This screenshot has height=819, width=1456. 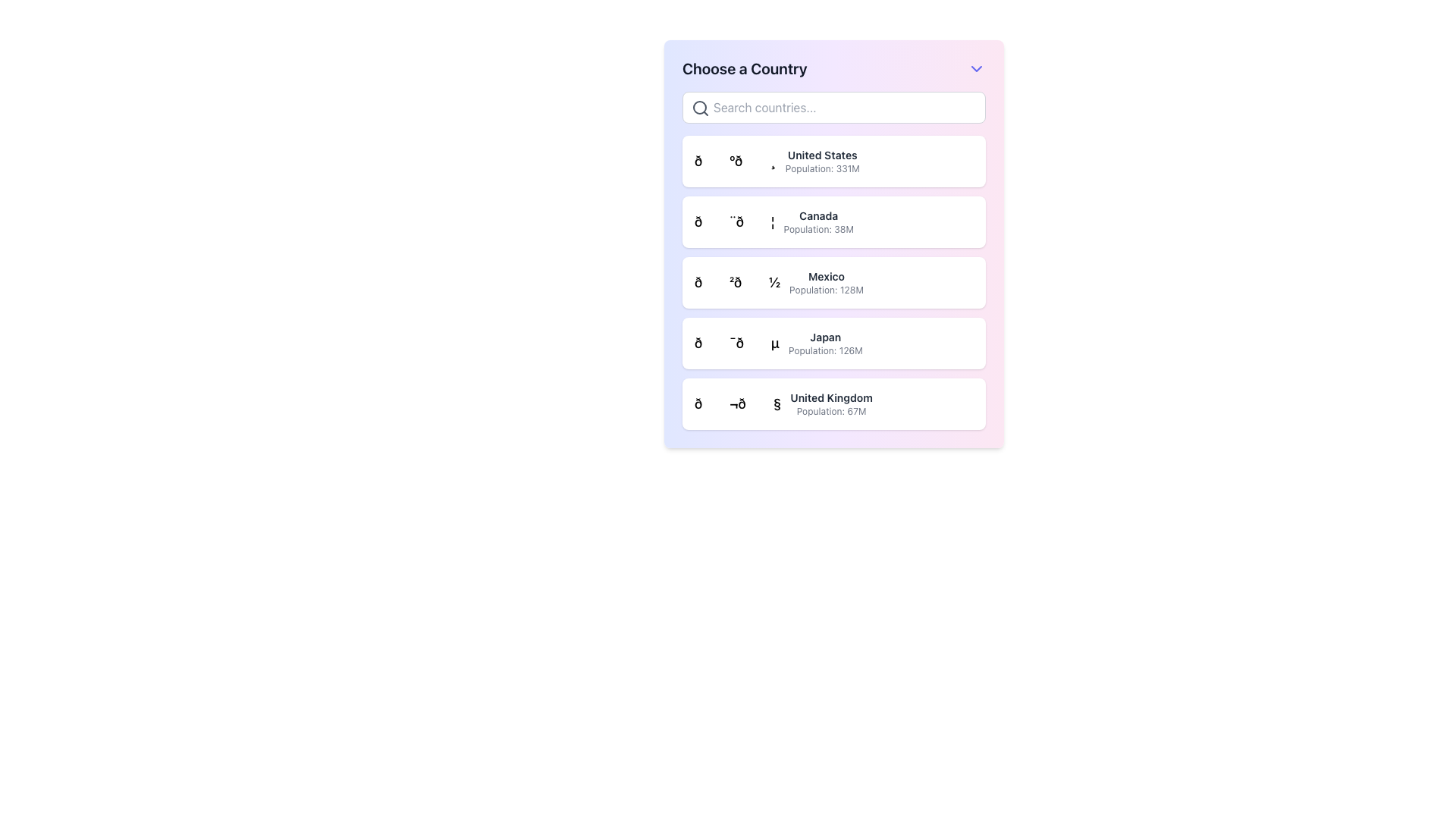 I want to click on the selectable list item representing 'Canada', so click(x=833, y=222).